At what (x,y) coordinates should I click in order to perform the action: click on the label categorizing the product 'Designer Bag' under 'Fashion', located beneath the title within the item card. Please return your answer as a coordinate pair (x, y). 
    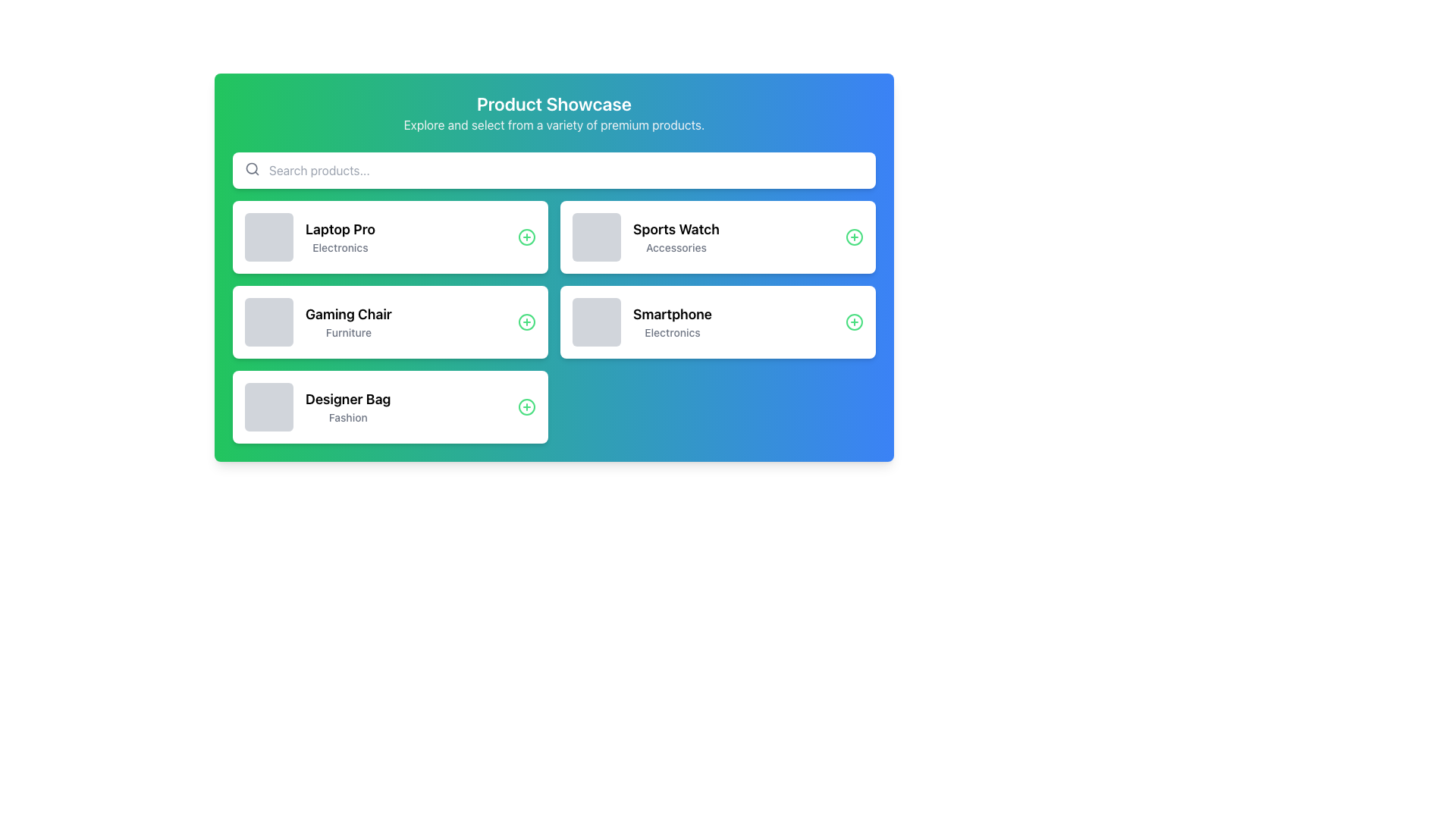
    Looking at the image, I should click on (347, 418).